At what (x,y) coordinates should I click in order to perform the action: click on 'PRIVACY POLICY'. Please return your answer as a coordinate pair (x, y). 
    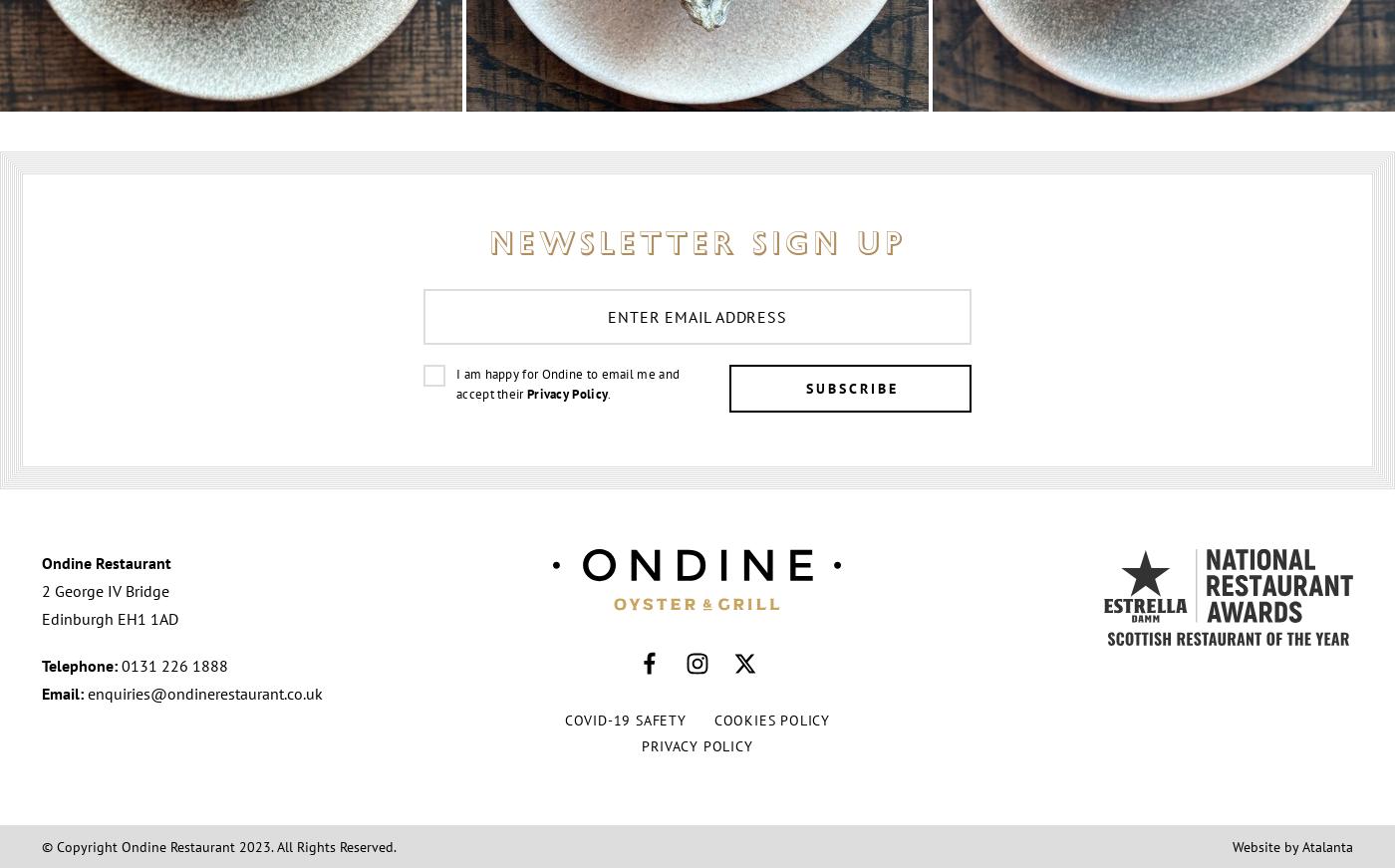
    Looking at the image, I should click on (697, 745).